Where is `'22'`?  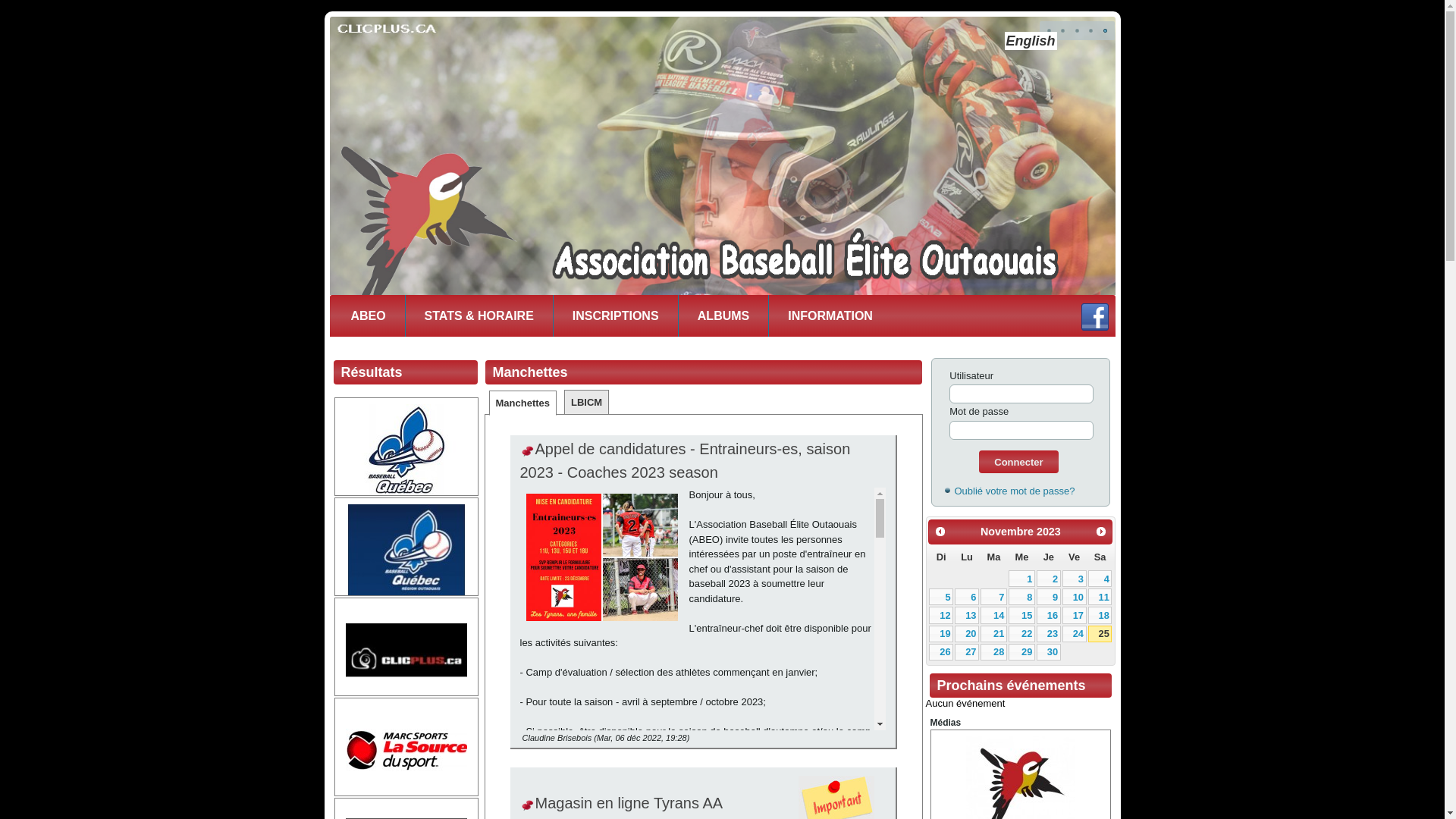
'22' is located at coordinates (1021, 634).